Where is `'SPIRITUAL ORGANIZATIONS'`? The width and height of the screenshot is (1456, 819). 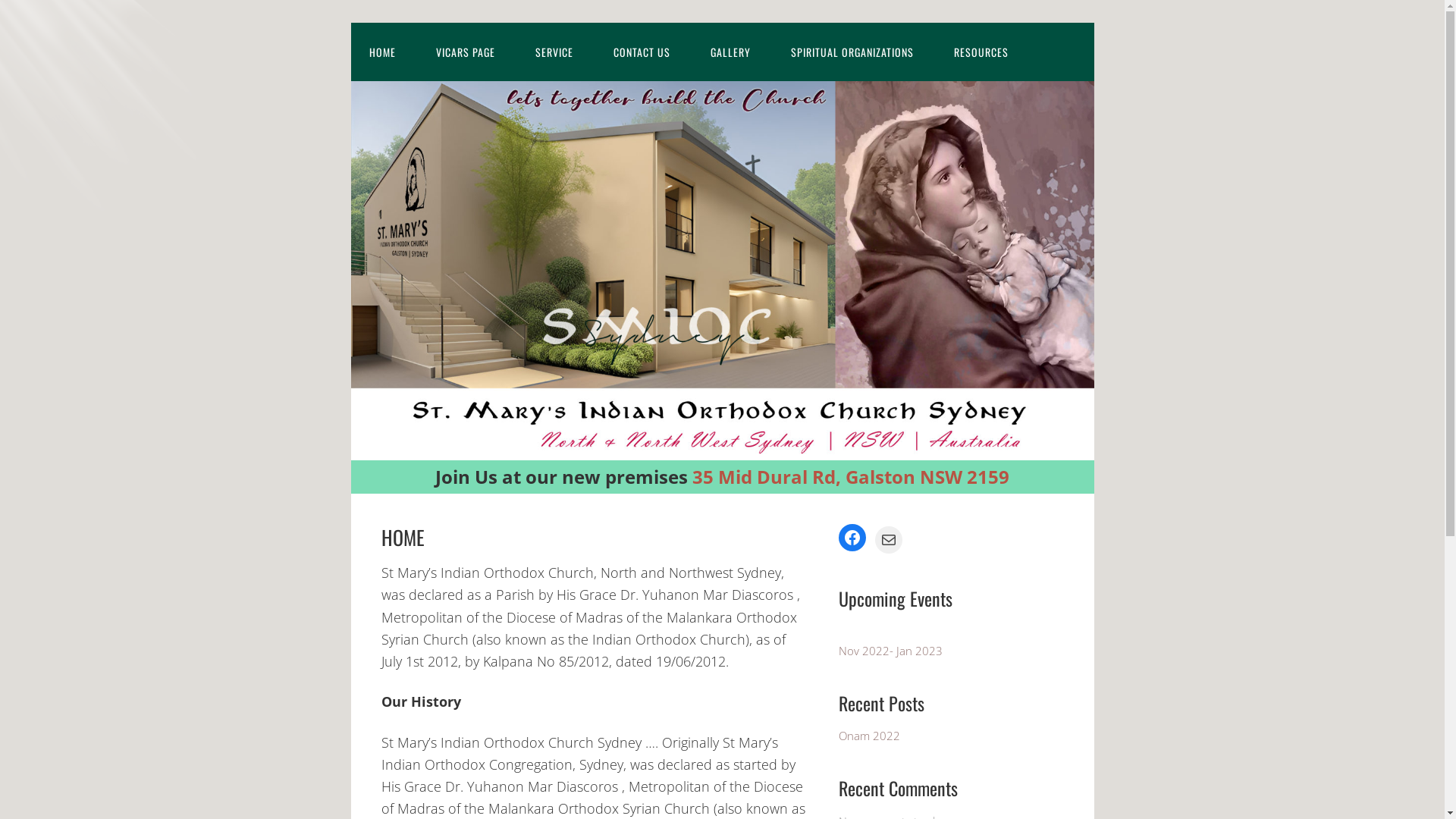 'SPIRITUAL ORGANIZATIONS' is located at coordinates (852, 51).